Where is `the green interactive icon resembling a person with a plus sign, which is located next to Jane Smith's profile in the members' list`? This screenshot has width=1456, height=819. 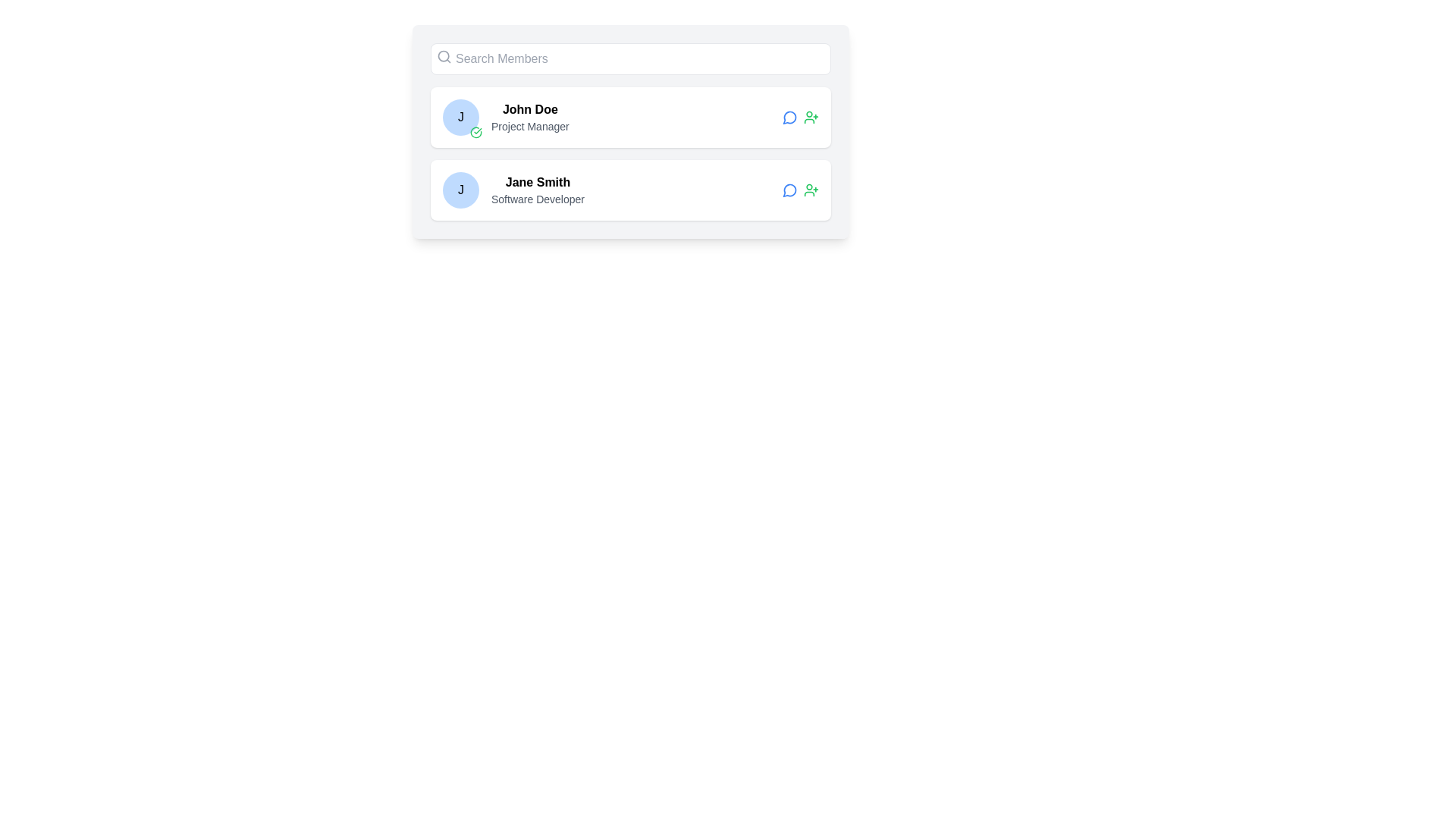 the green interactive icon resembling a person with a plus sign, which is located next to Jane Smith's profile in the members' list is located at coordinates (811, 189).